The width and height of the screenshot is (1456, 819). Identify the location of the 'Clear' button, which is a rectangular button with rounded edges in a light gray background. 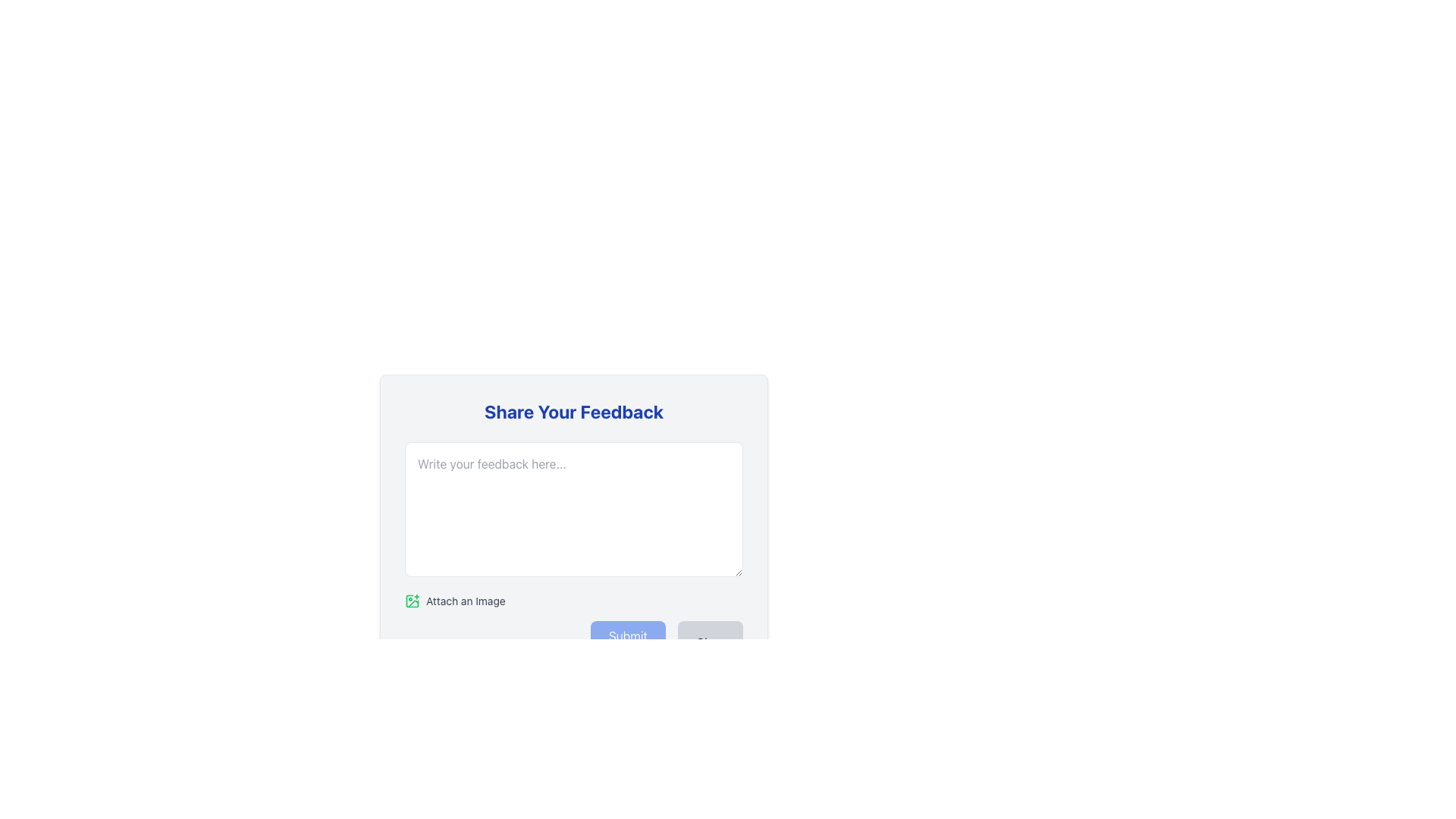
(709, 643).